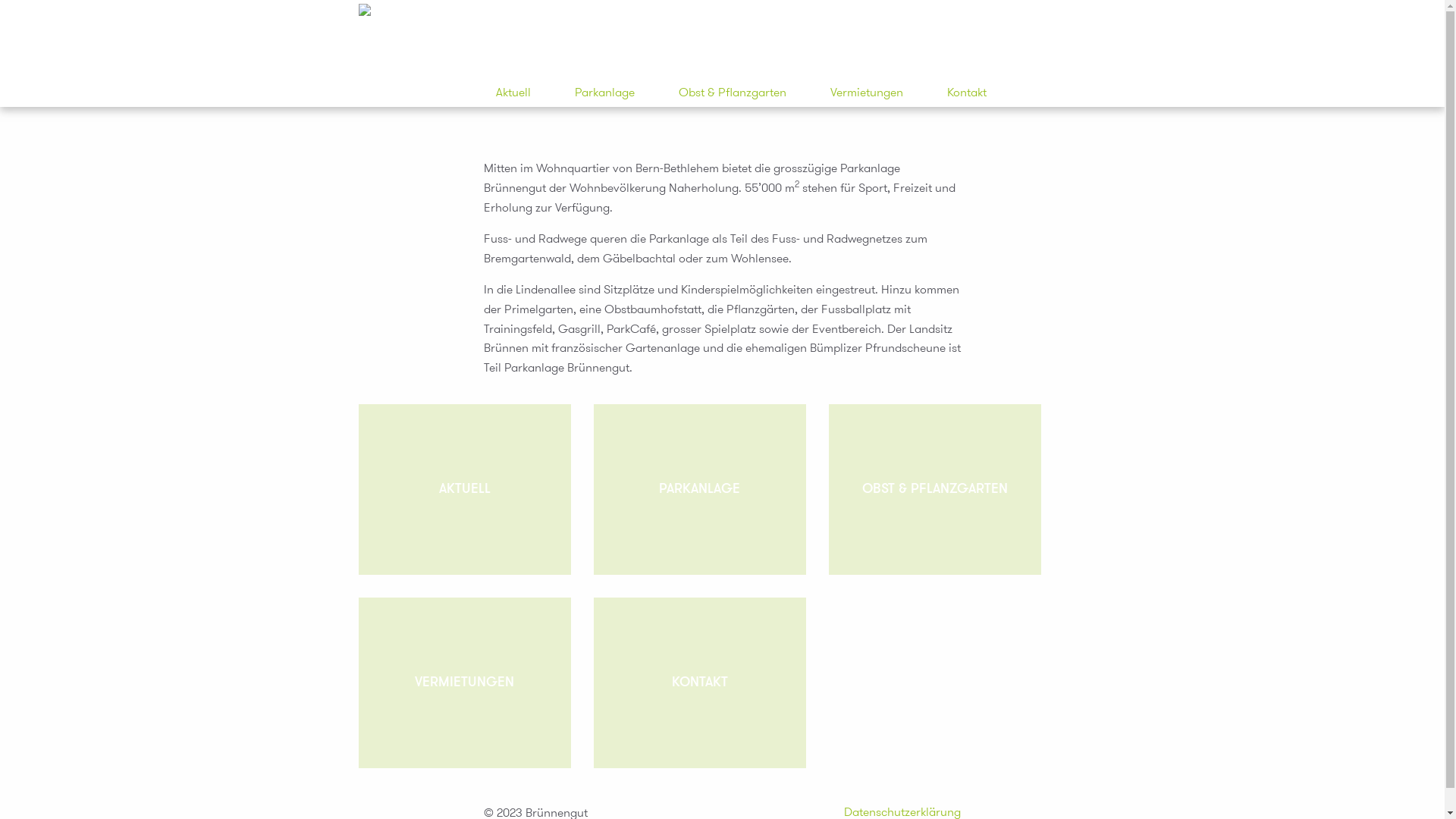 The image size is (1456, 819). I want to click on 'PARKANLAGE', so click(698, 489).